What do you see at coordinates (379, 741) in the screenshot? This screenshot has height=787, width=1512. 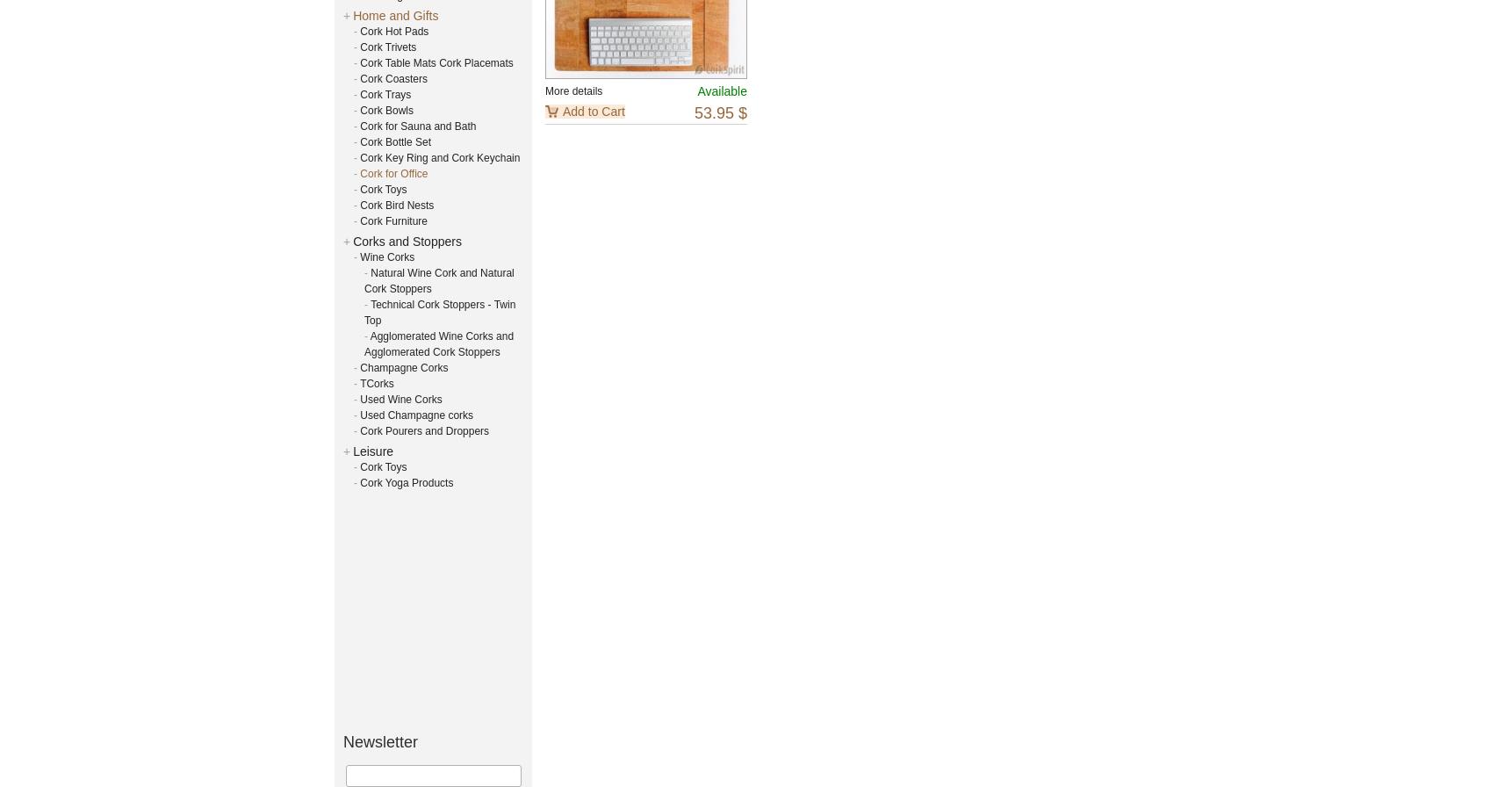 I see `'Newsletter'` at bounding box center [379, 741].